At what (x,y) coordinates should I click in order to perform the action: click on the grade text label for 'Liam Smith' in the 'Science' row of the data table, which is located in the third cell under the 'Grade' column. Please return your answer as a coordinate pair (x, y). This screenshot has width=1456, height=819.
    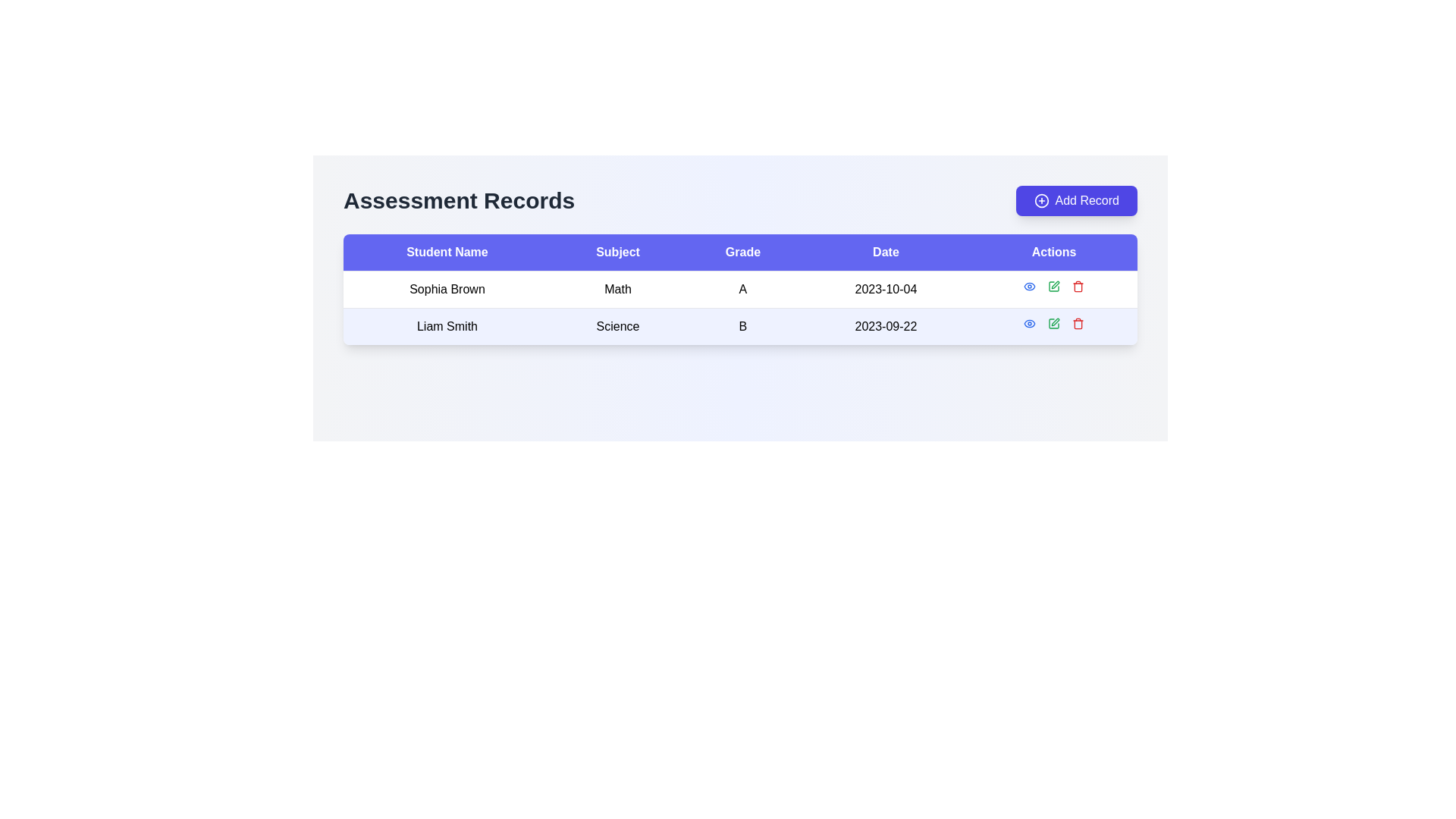
    Looking at the image, I should click on (742, 325).